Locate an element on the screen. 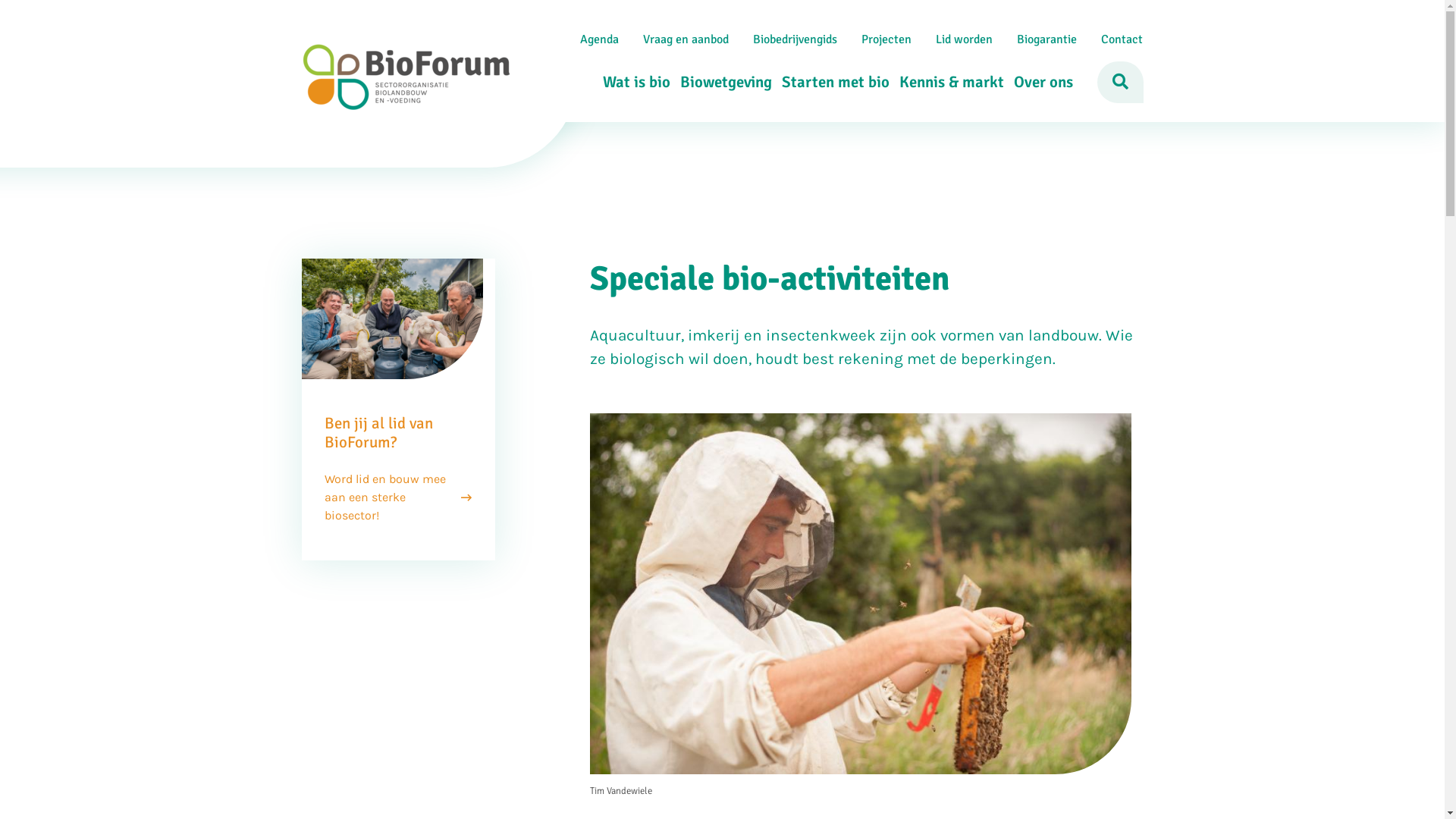 This screenshot has height=819, width=1456. 'Biobedrijvengids' is located at coordinates (793, 38).